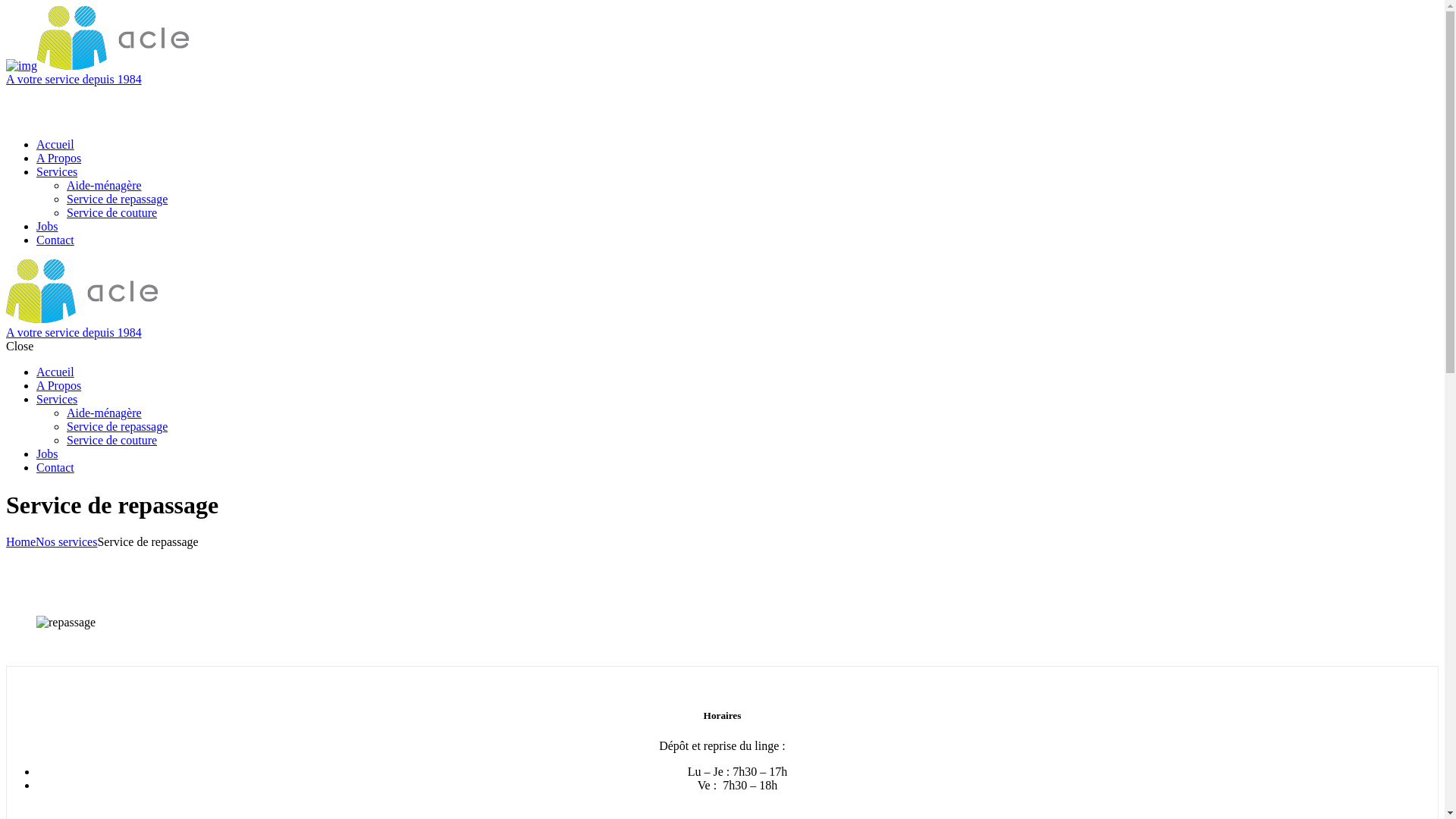 The width and height of the screenshot is (1456, 819). I want to click on 'Service de repassage', so click(116, 198).